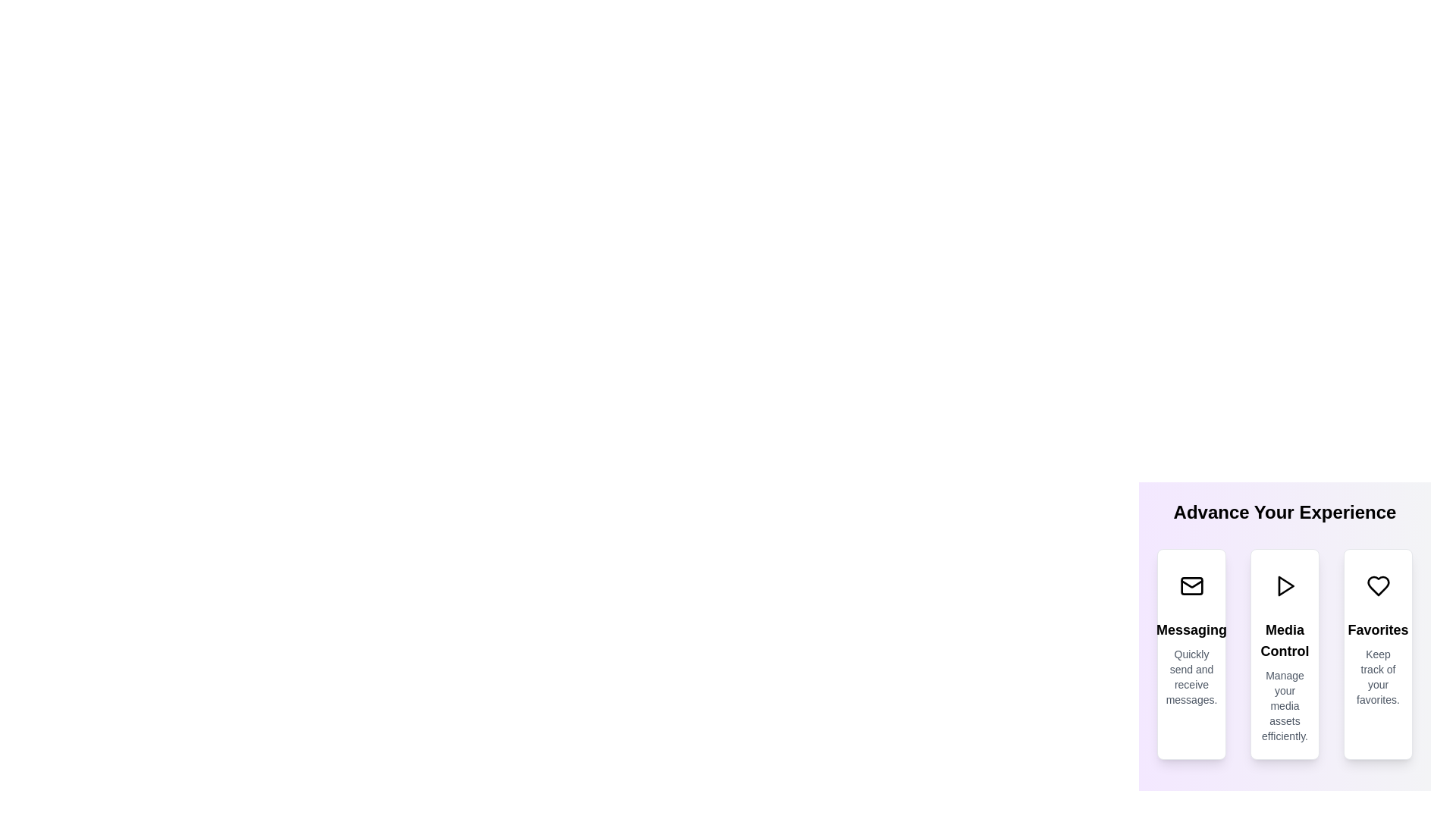  Describe the element at coordinates (1191, 585) in the screenshot. I see `the messaging icon located in the icon group under the 'Messaging' label on the left side of the interface, which is the first among three similar icons` at that location.